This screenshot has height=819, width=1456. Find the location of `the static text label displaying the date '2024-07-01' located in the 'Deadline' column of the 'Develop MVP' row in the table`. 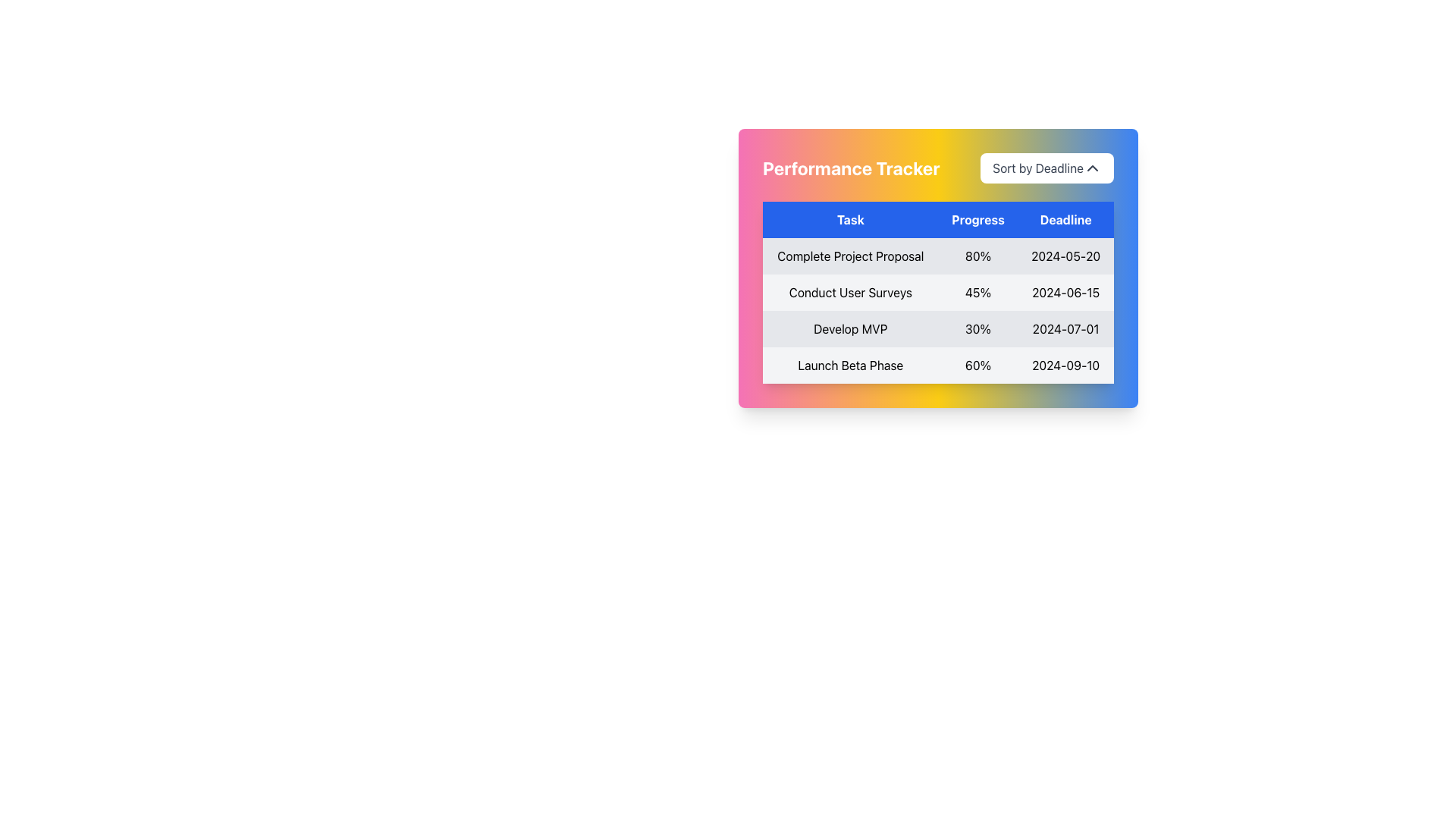

the static text label displaying the date '2024-07-01' located in the 'Deadline' column of the 'Develop MVP' row in the table is located at coordinates (1065, 328).